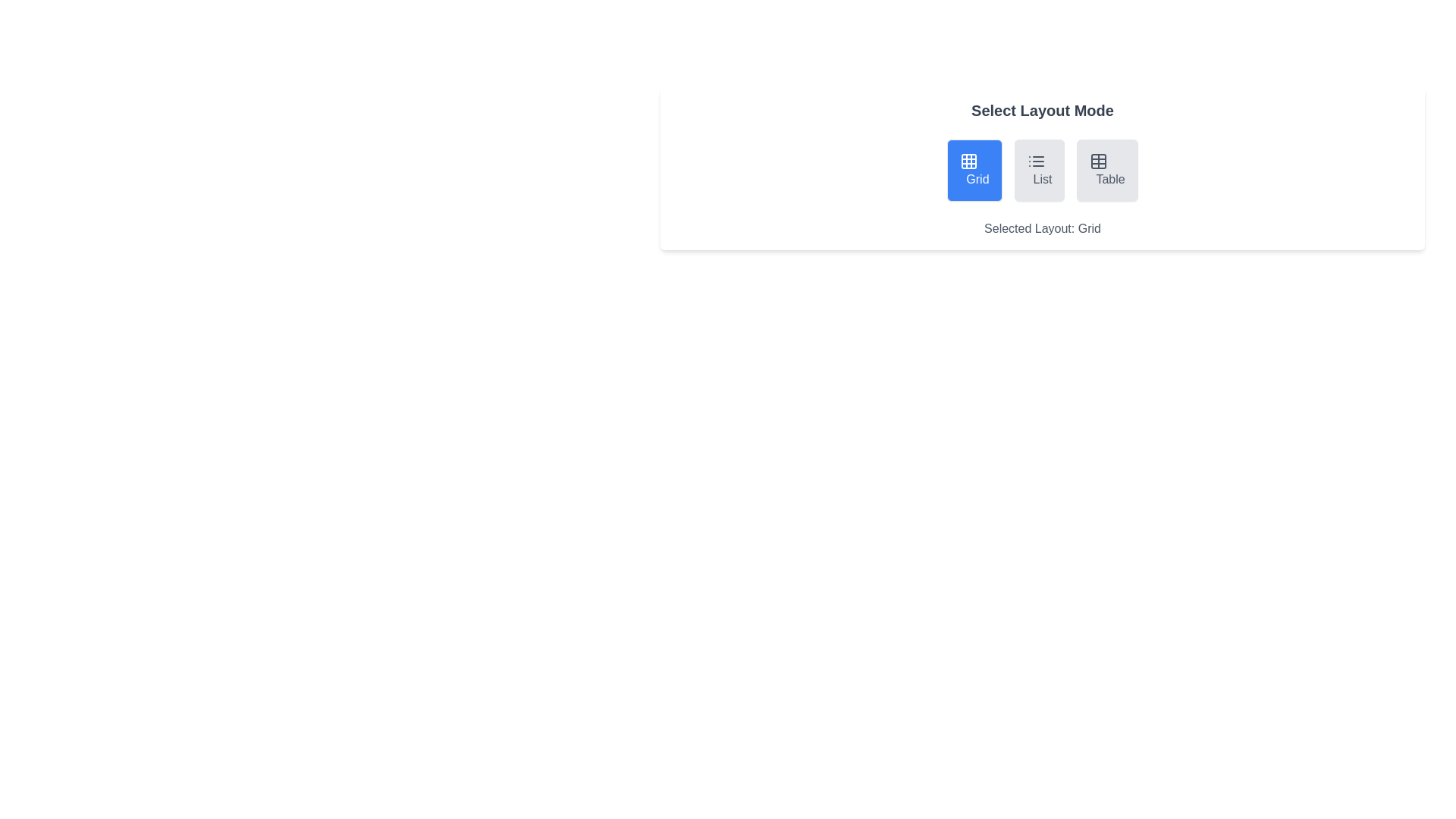  Describe the element at coordinates (974, 170) in the screenshot. I see `the layout mode by clicking on the Grid button` at that location.